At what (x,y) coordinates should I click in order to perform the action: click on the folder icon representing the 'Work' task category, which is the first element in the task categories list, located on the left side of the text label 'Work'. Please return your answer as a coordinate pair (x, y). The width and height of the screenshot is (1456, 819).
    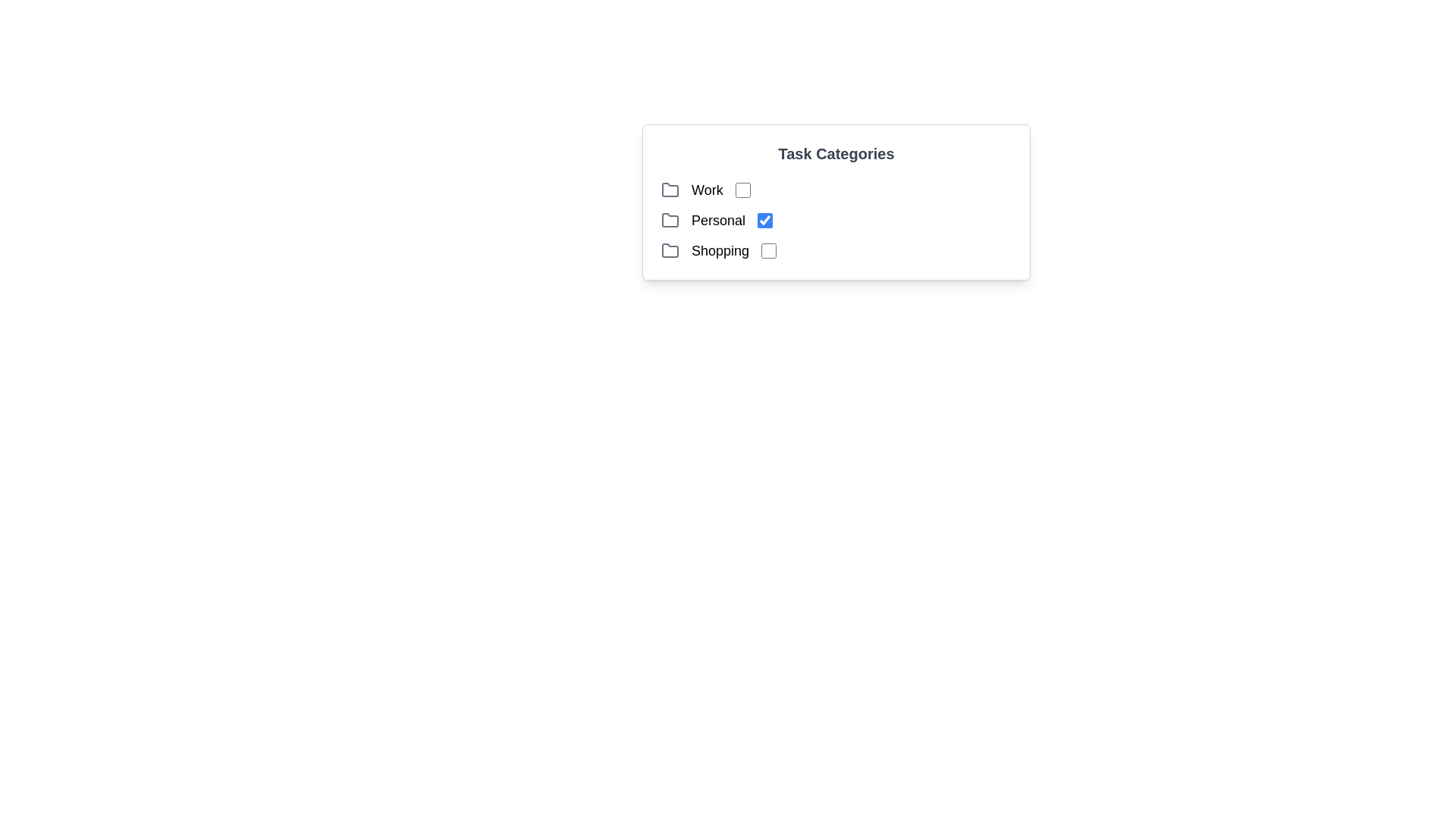
    Looking at the image, I should click on (669, 189).